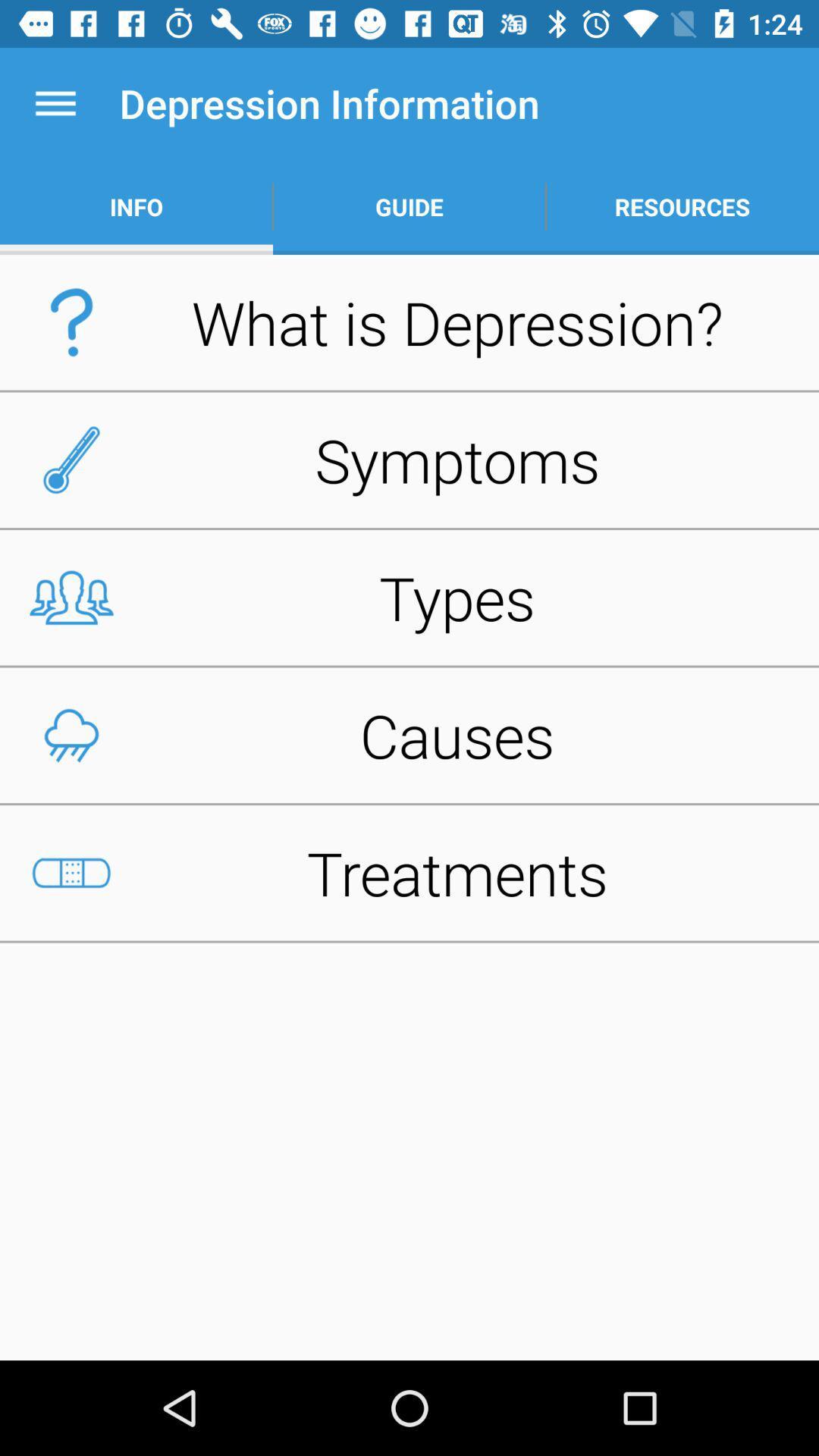 The image size is (819, 1456). What do you see at coordinates (681, 206) in the screenshot?
I see `app to the right of guide item` at bounding box center [681, 206].